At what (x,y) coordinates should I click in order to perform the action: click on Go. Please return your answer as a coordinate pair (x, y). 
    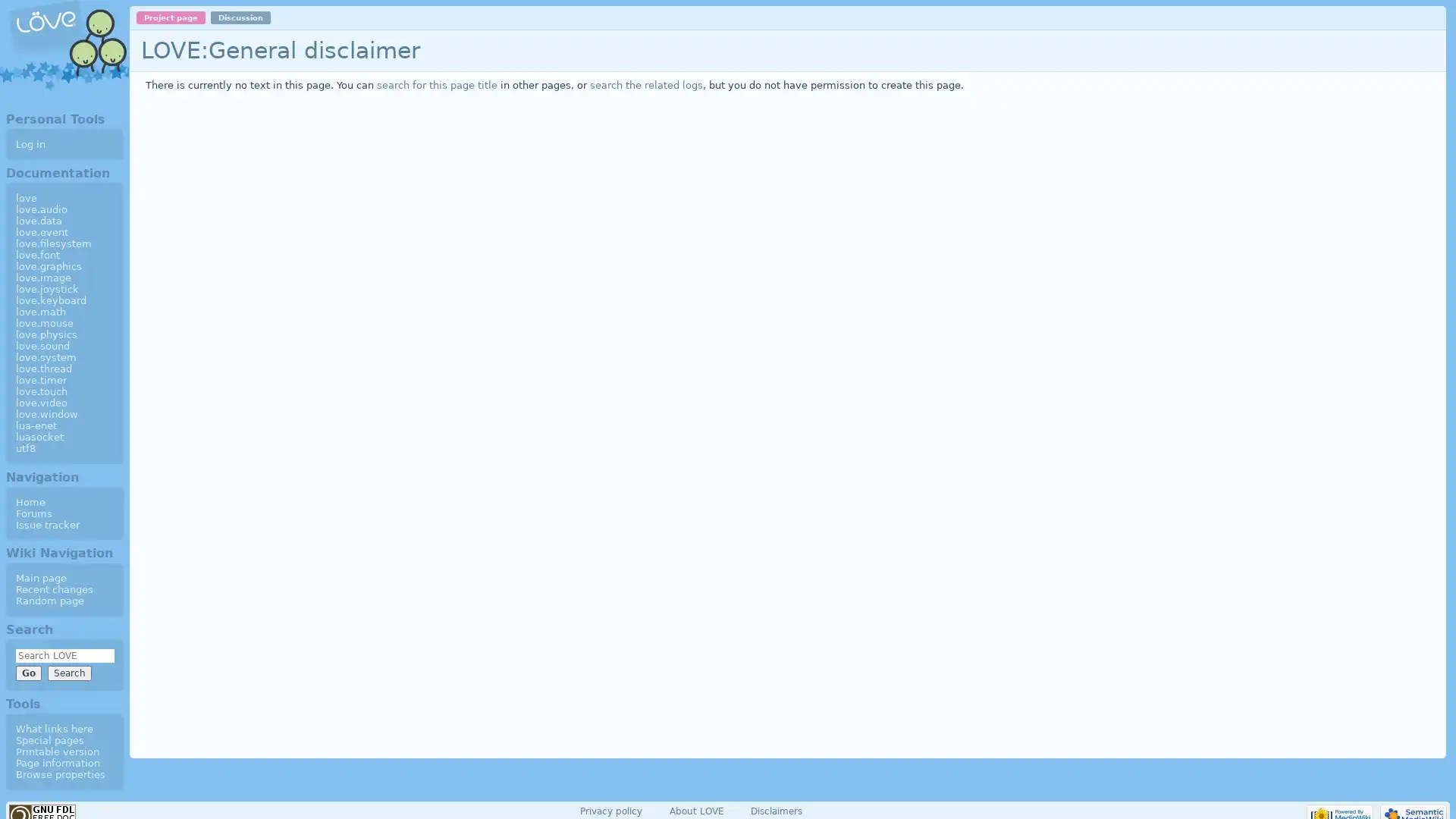
    Looking at the image, I should click on (28, 672).